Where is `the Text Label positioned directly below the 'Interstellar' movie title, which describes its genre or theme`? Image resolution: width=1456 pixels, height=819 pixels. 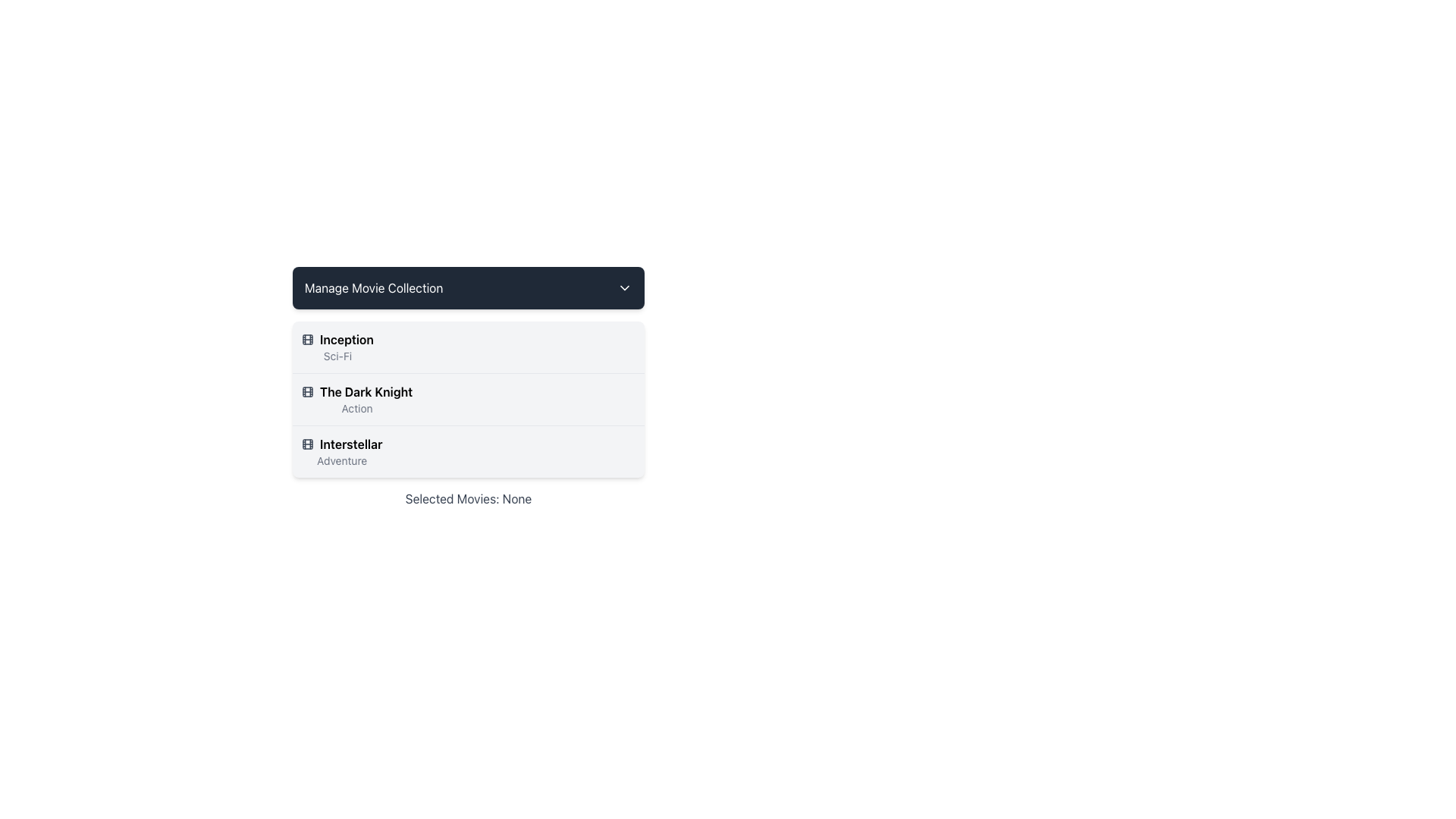
the Text Label positioned directly below the 'Interstellar' movie title, which describes its genre or theme is located at coordinates (341, 460).